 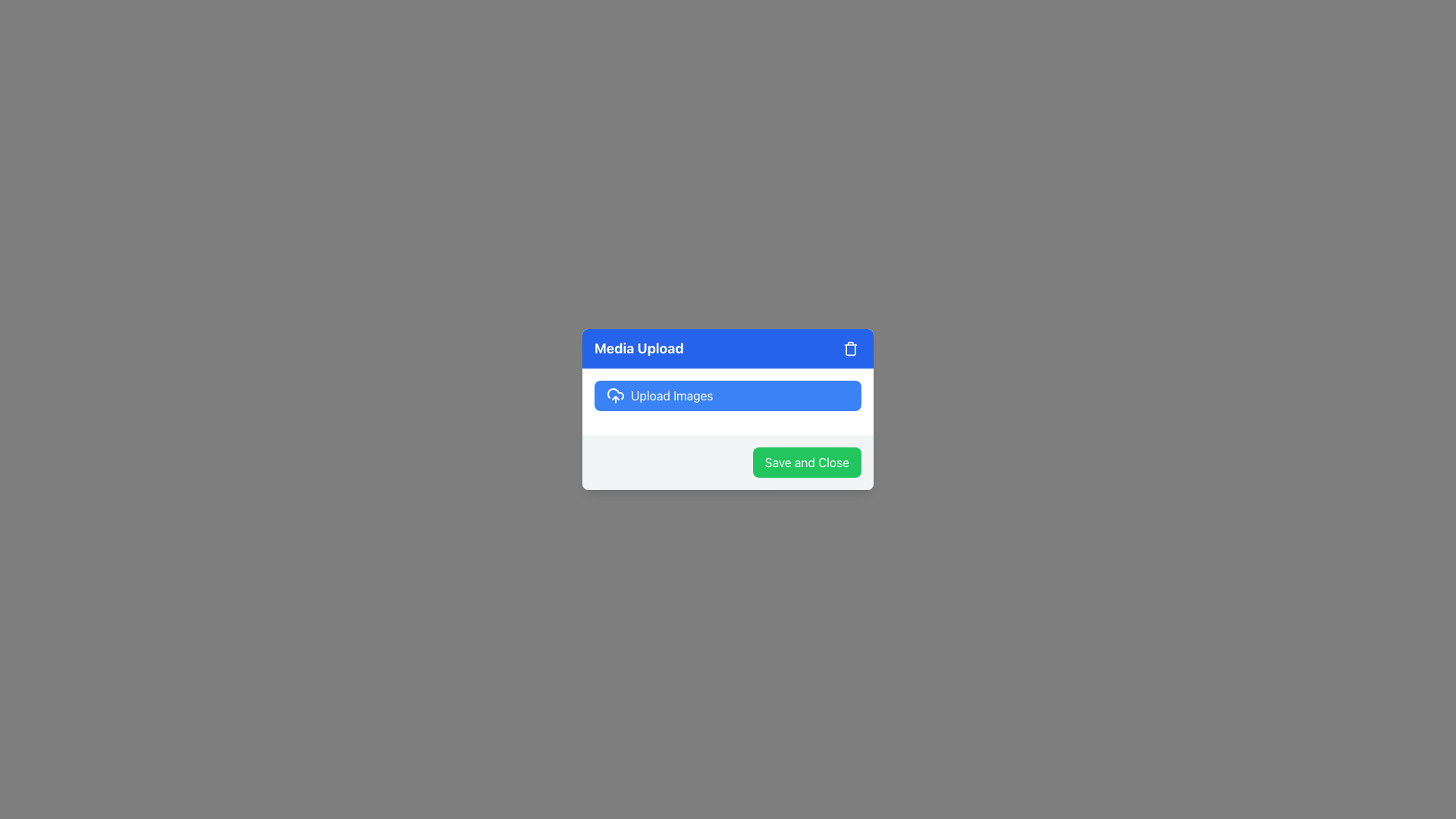 I want to click on the small, square-shaped delete button with a blue background located in the top-right corner of the 'Media Upload' modal to visualize its hover effects, so click(x=851, y=348).